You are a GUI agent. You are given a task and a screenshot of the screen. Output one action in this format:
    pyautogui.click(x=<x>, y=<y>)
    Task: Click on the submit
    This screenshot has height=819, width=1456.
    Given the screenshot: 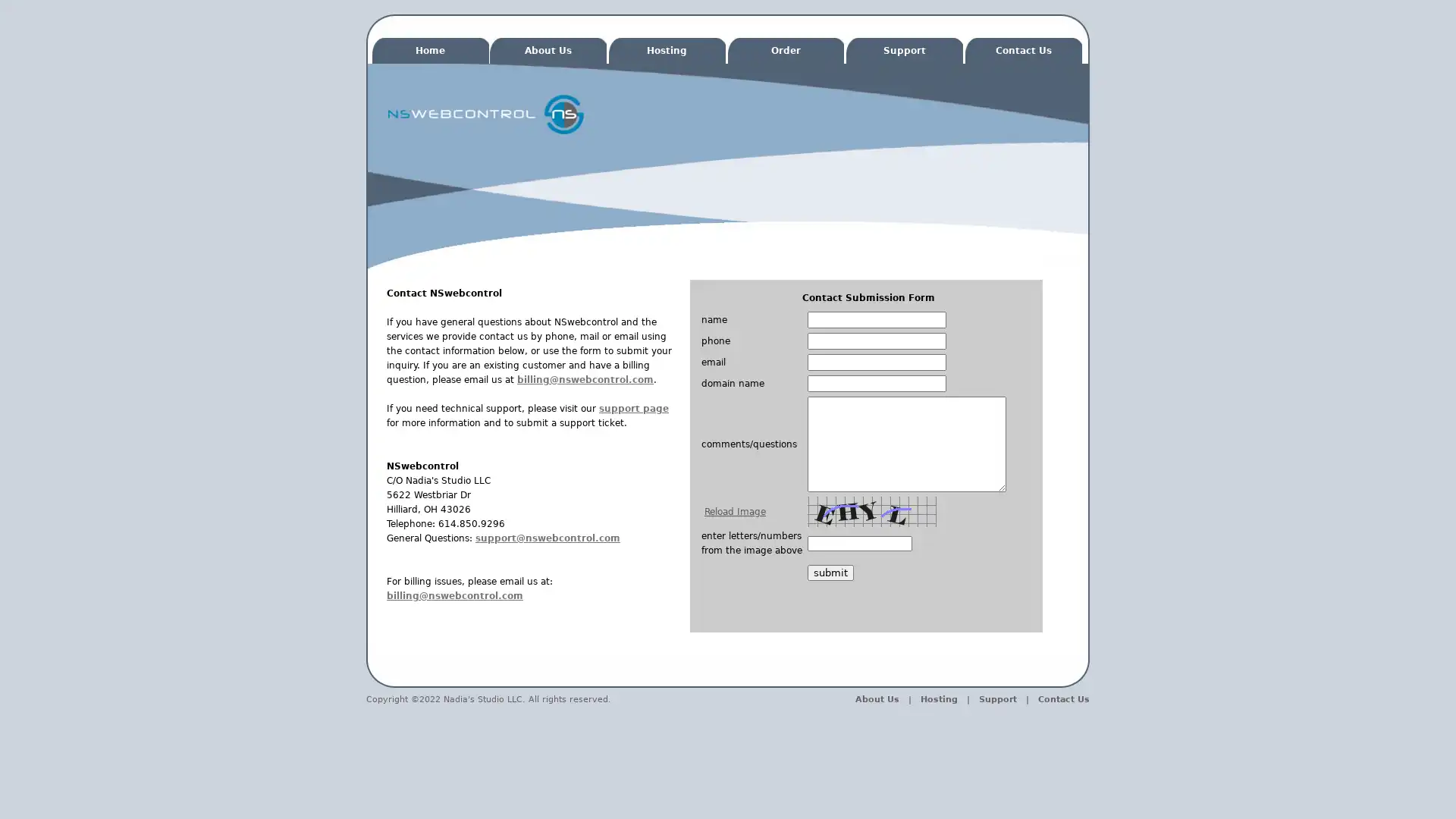 What is the action you would take?
    pyautogui.click(x=830, y=573)
    